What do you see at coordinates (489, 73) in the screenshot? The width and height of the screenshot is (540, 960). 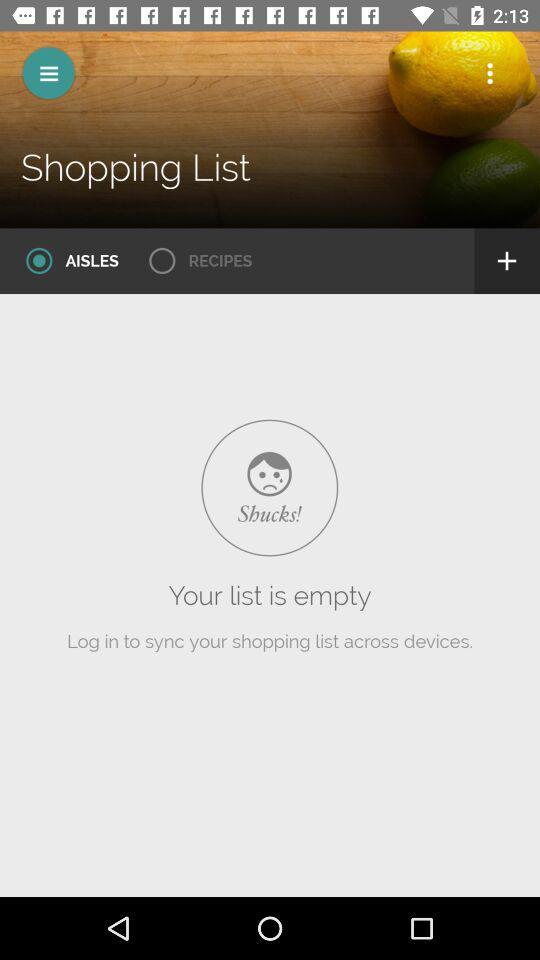 I see `settings drop down menu toggle` at bounding box center [489, 73].